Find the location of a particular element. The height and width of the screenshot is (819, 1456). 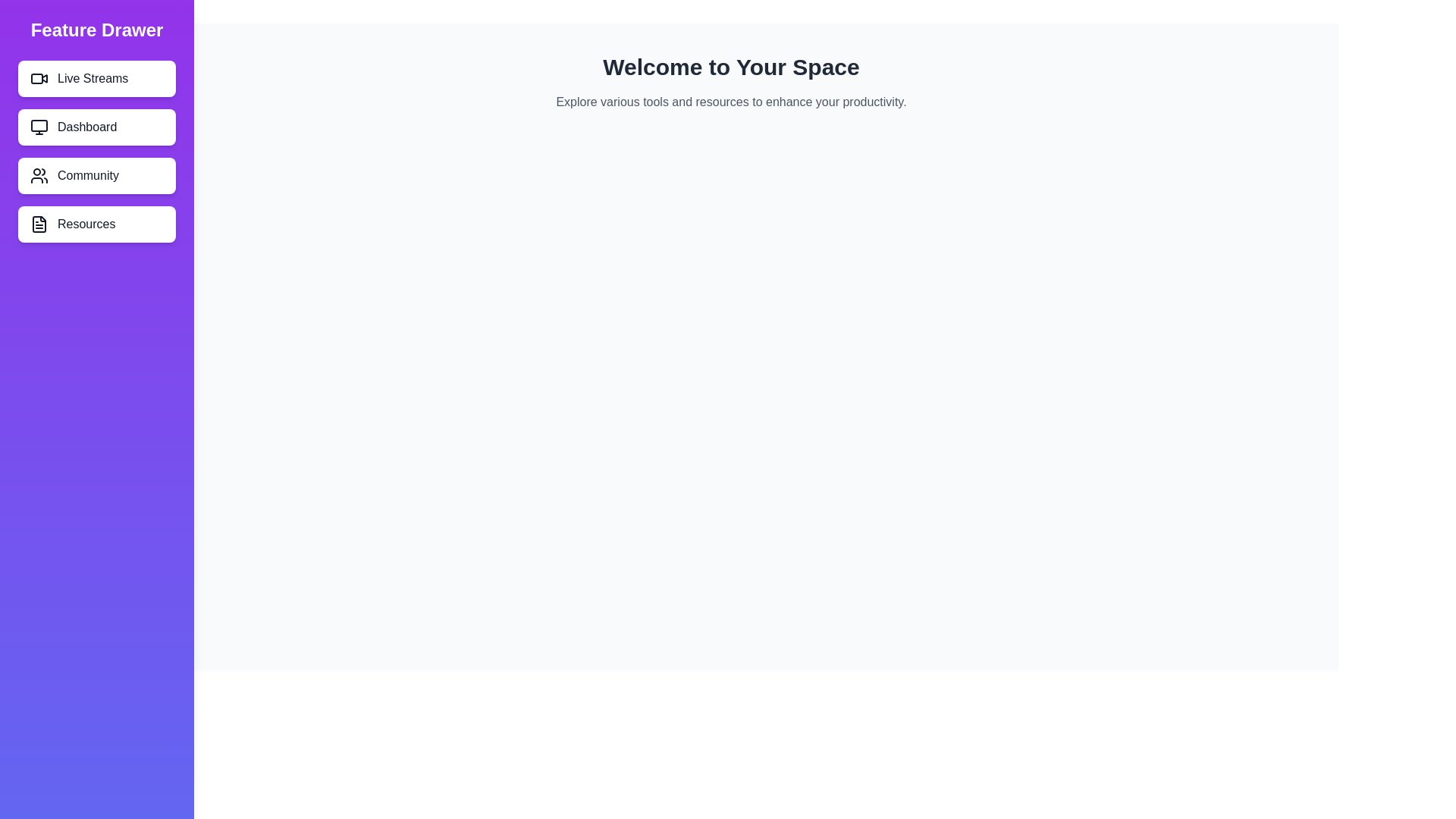

the 'Resources' button is located at coordinates (96, 224).